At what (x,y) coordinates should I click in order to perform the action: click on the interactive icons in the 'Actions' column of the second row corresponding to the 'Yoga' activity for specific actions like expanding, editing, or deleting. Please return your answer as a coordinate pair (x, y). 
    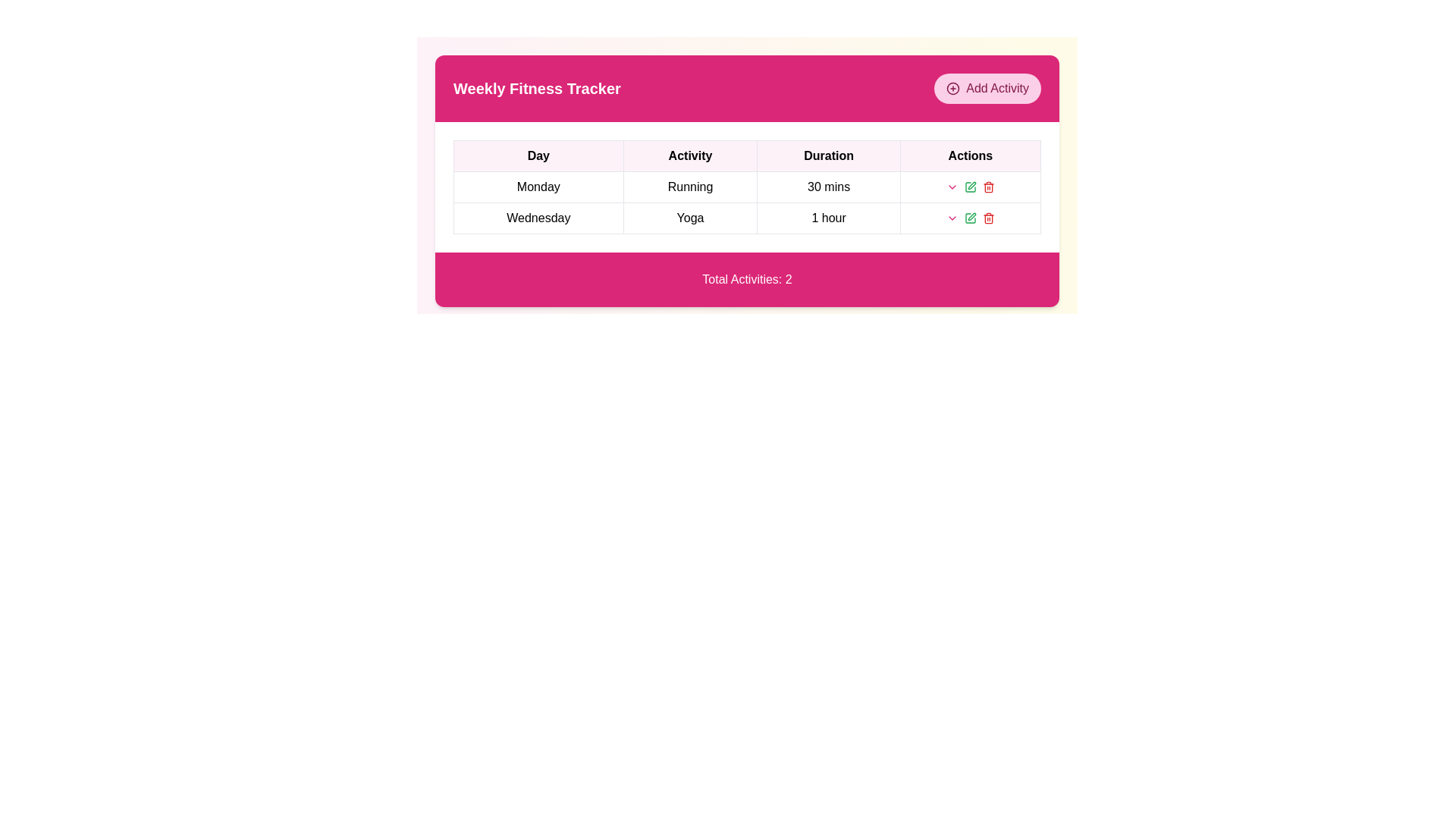
    Looking at the image, I should click on (969, 218).